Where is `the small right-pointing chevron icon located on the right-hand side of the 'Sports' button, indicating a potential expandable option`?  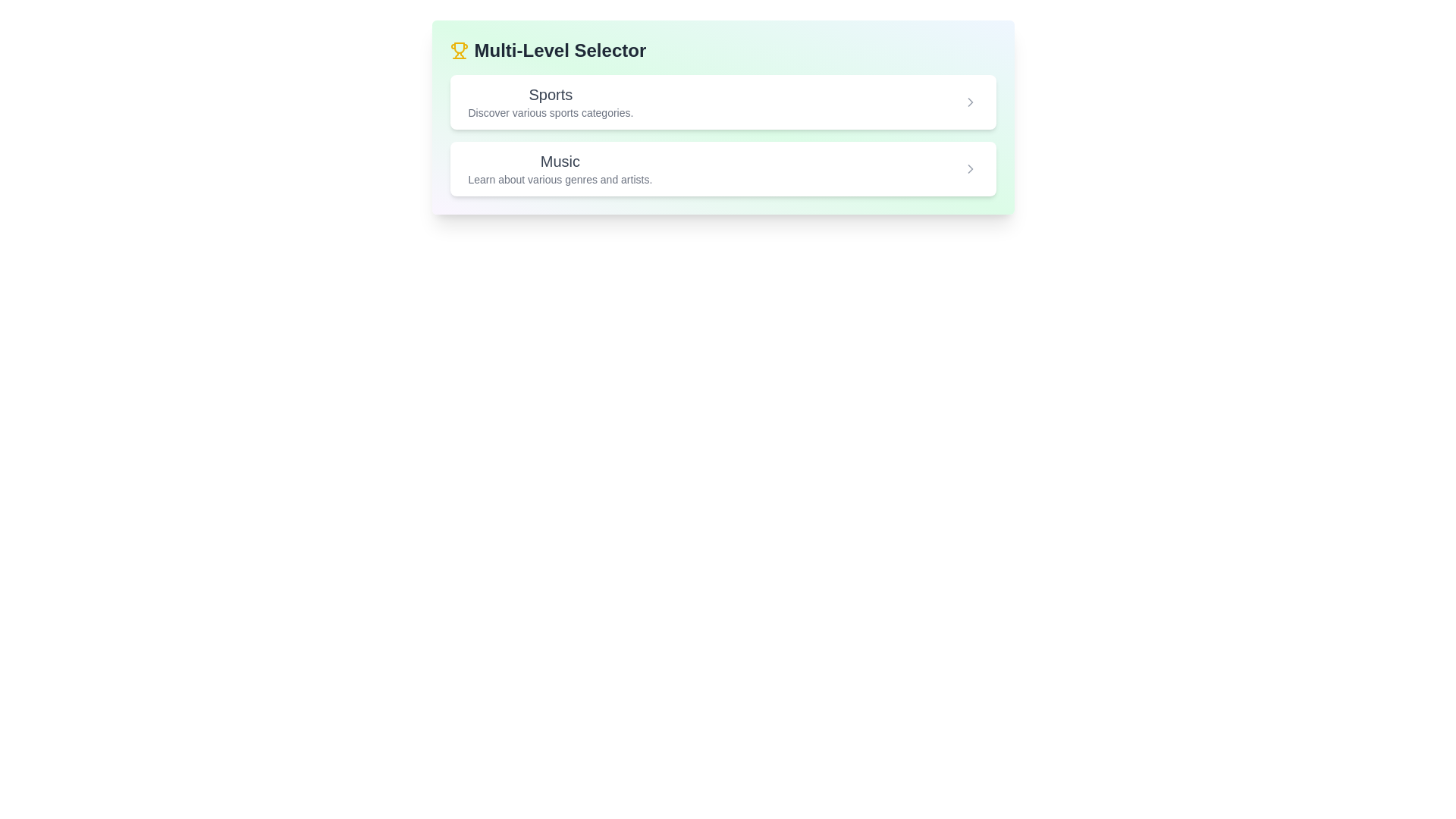
the small right-pointing chevron icon located on the right-hand side of the 'Sports' button, indicating a potential expandable option is located at coordinates (969, 102).